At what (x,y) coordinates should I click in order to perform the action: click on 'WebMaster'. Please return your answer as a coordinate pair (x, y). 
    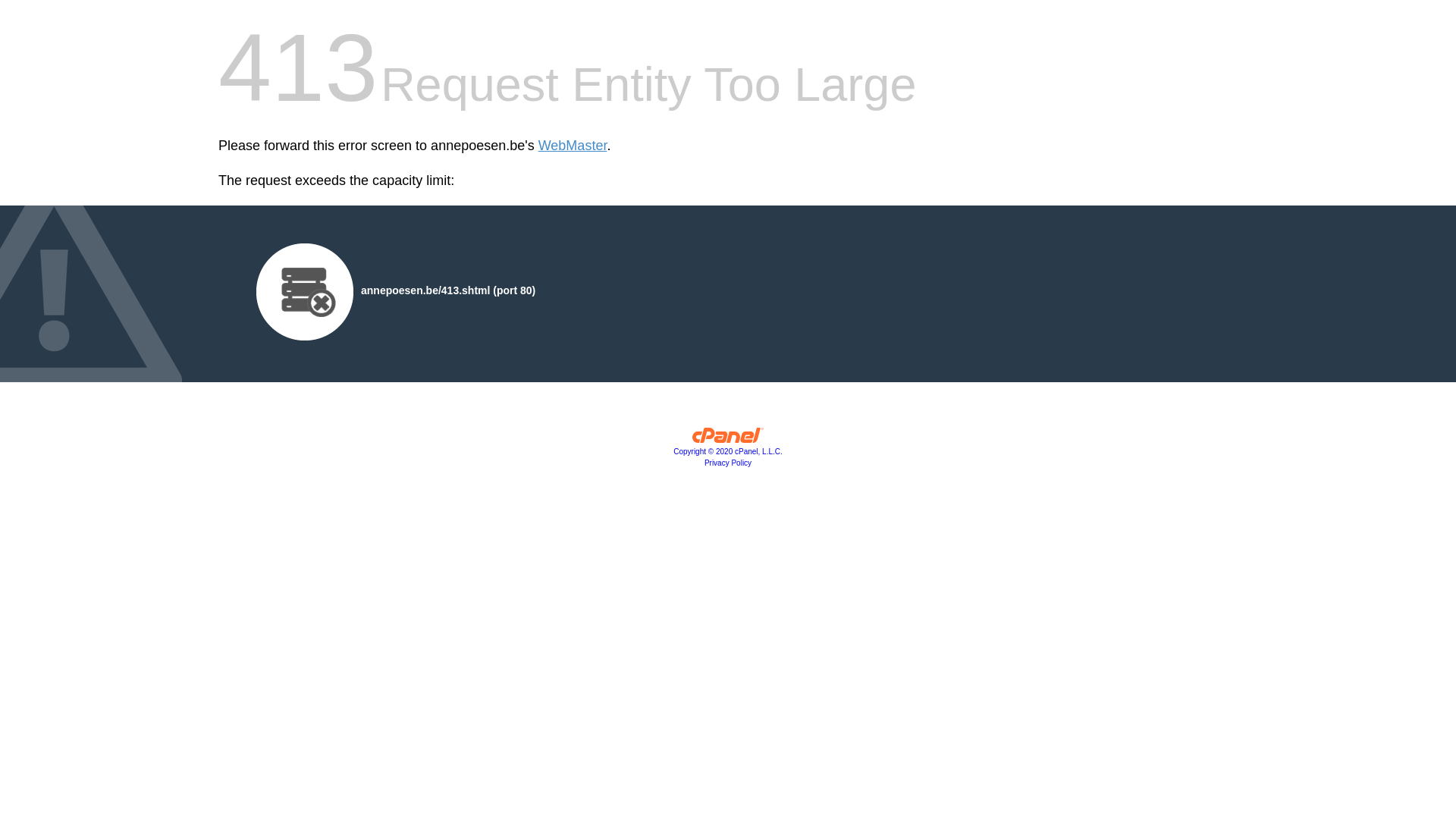
    Looking at the image, I should click on (572, 146).